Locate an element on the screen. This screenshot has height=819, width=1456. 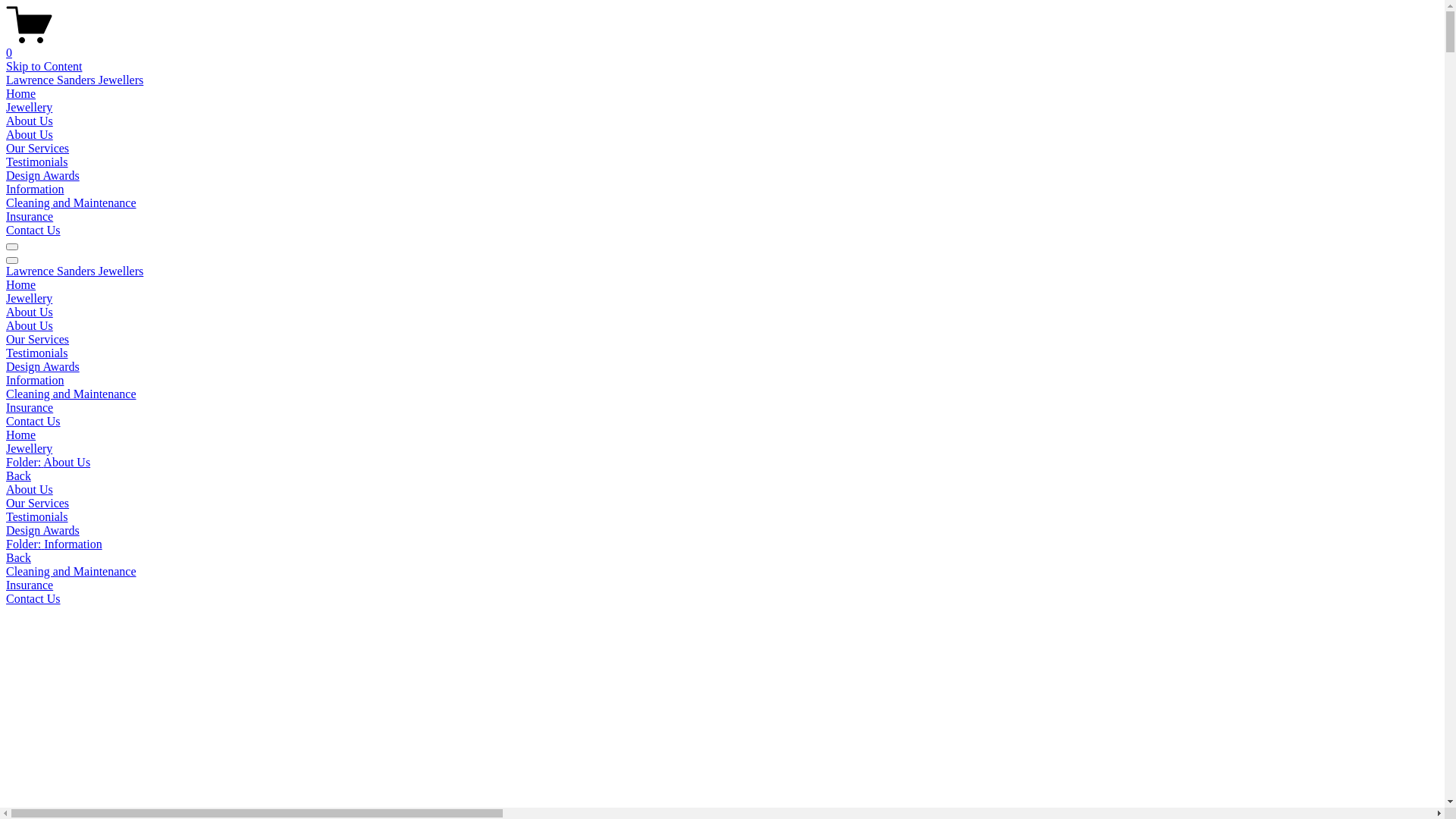
'Lawrence Sanders Jewellers' is located at coordinates (74, 80).